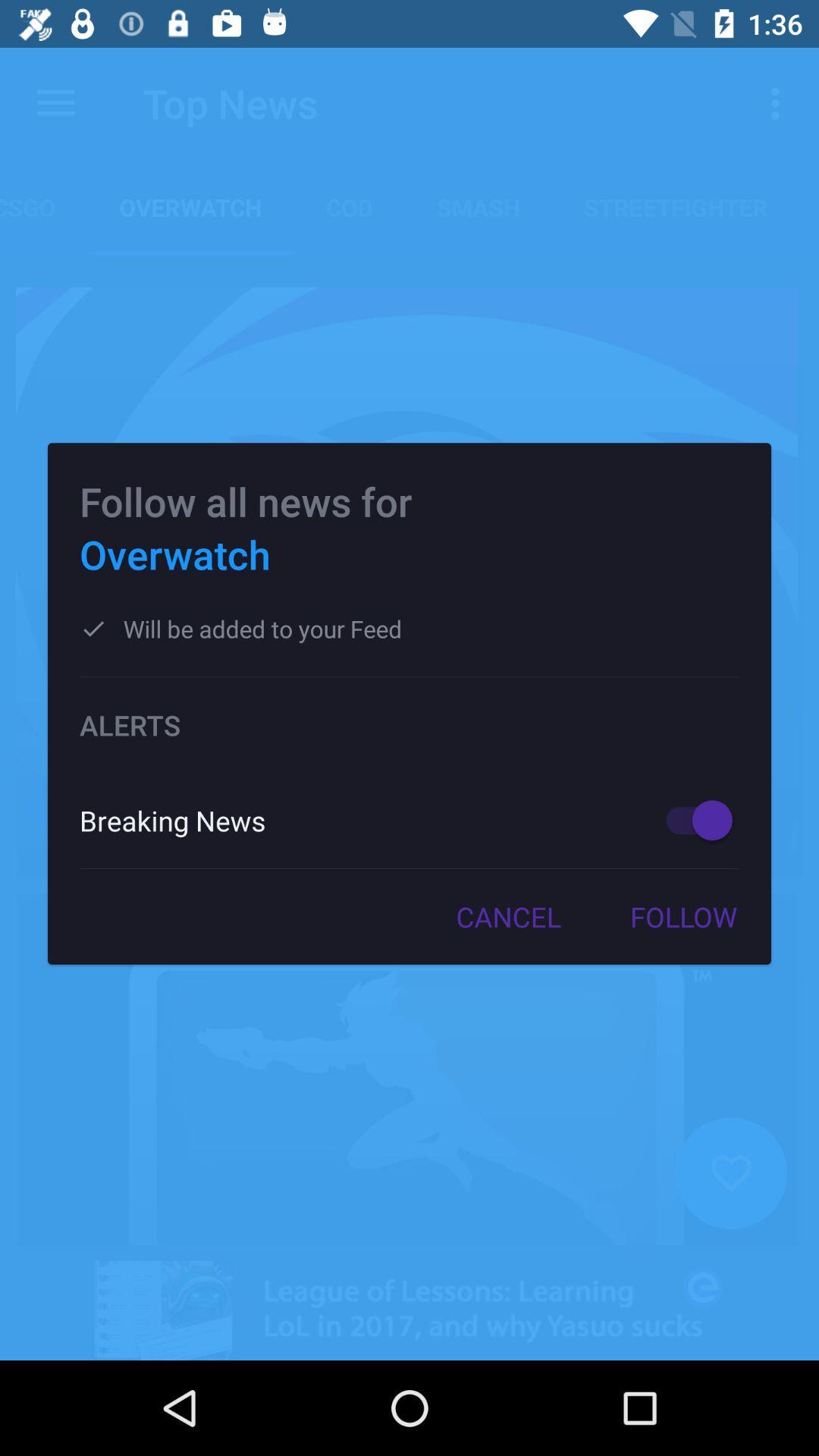 This screenshot has width=819, height=1456. What do you see at coordinates (508, 916) in the screenshot?
I see `the item next to follow item` at bounding box center [508, 916].